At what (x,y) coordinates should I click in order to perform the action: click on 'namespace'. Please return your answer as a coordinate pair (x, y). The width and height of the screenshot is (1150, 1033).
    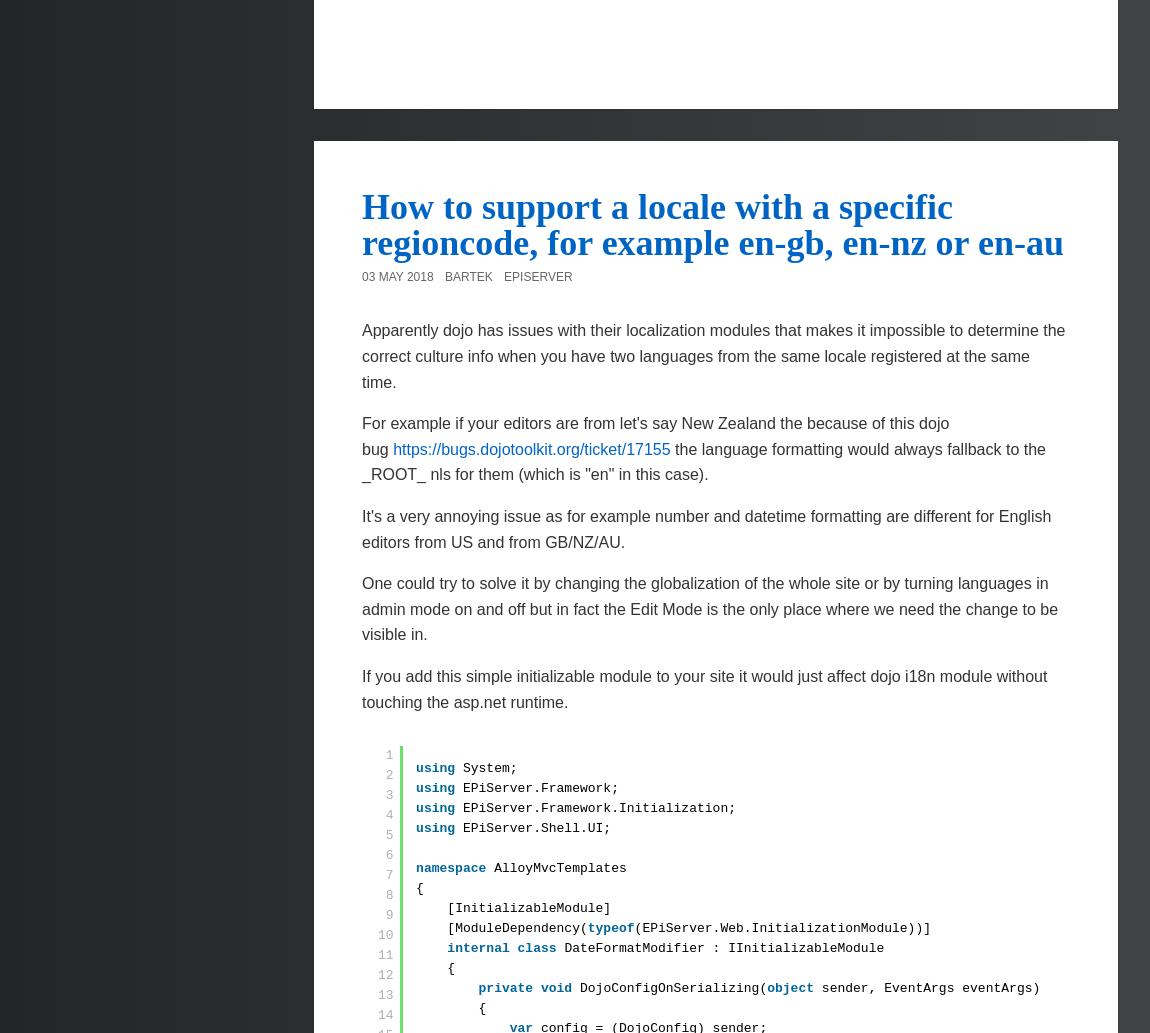
    Looking at the image, I should click on (451, 867).